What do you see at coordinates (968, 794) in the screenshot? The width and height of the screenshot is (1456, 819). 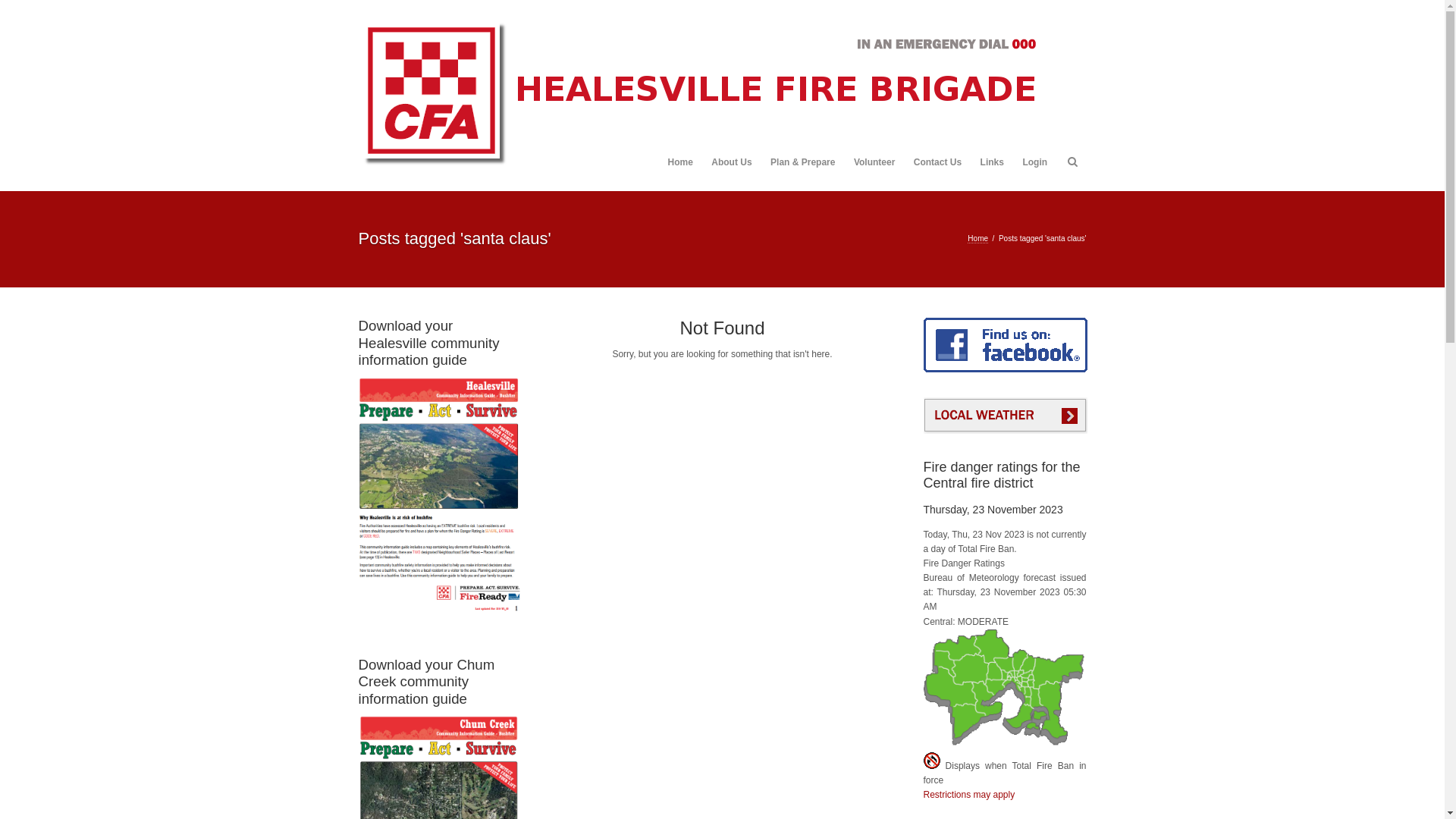 I see `'Restrictions may apply'` at bounding box center [968, 794].